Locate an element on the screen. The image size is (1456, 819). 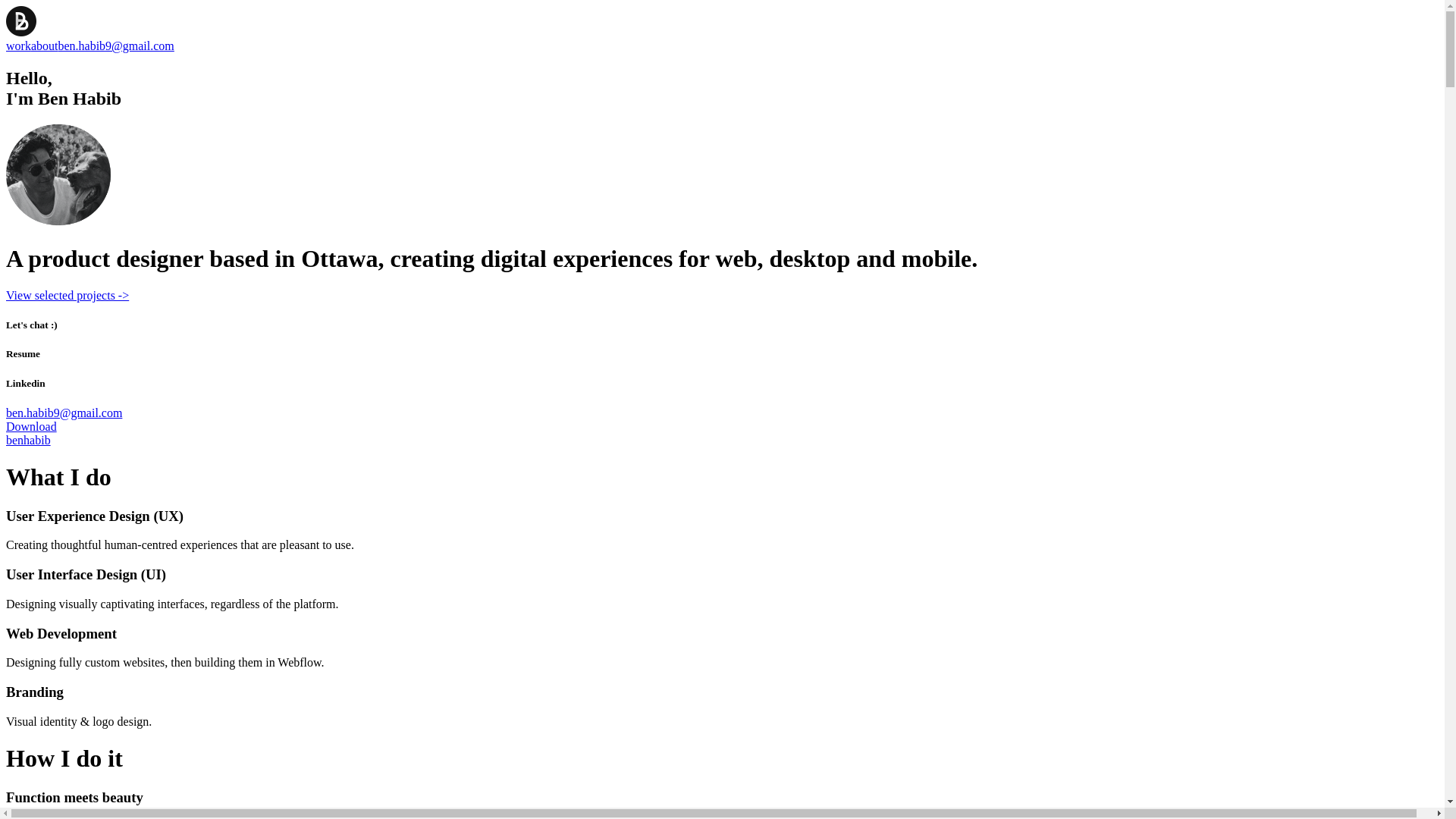
'work' is located at coordinates (18, 45).